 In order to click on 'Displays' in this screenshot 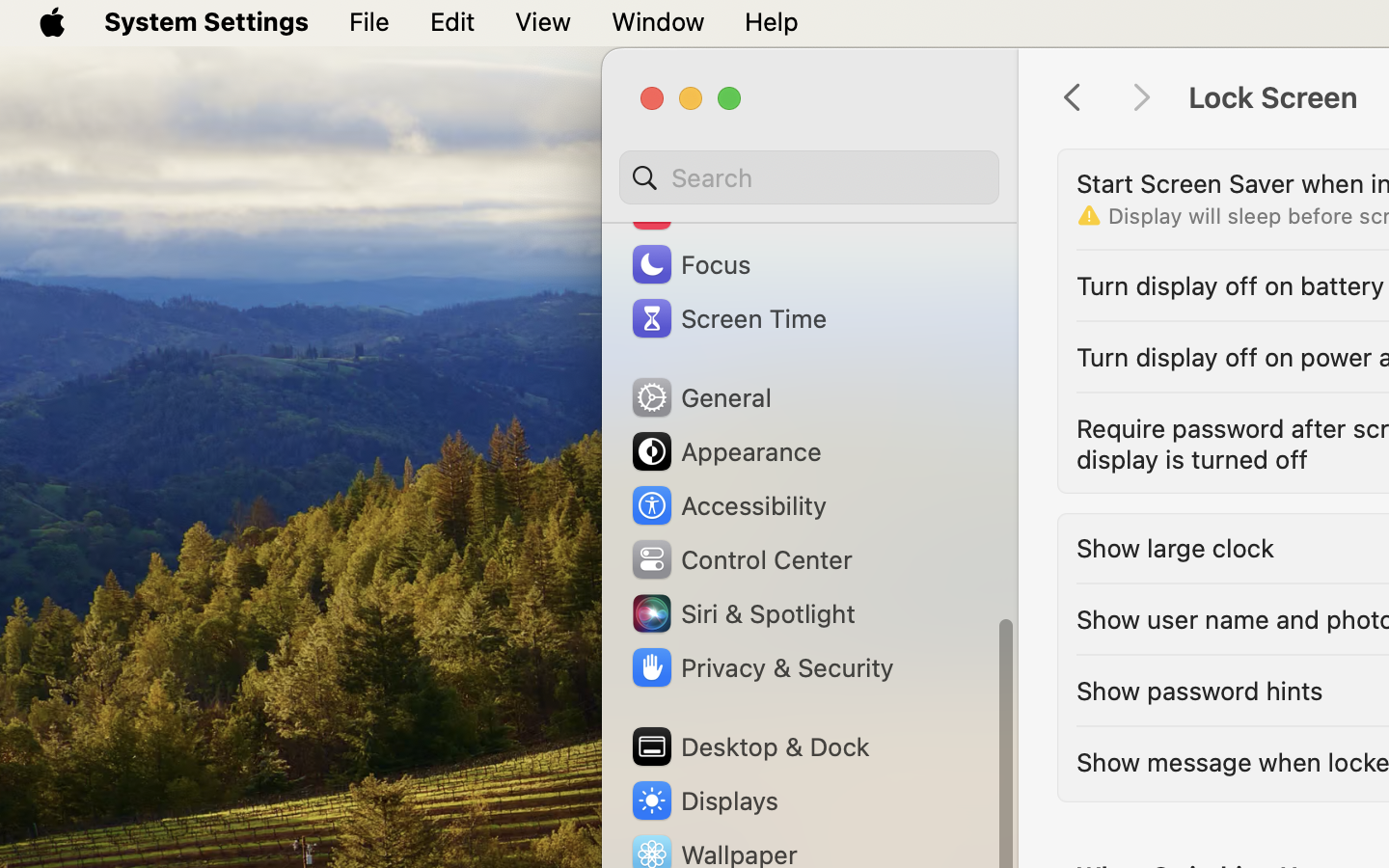, I will do `click(702, 800)`.